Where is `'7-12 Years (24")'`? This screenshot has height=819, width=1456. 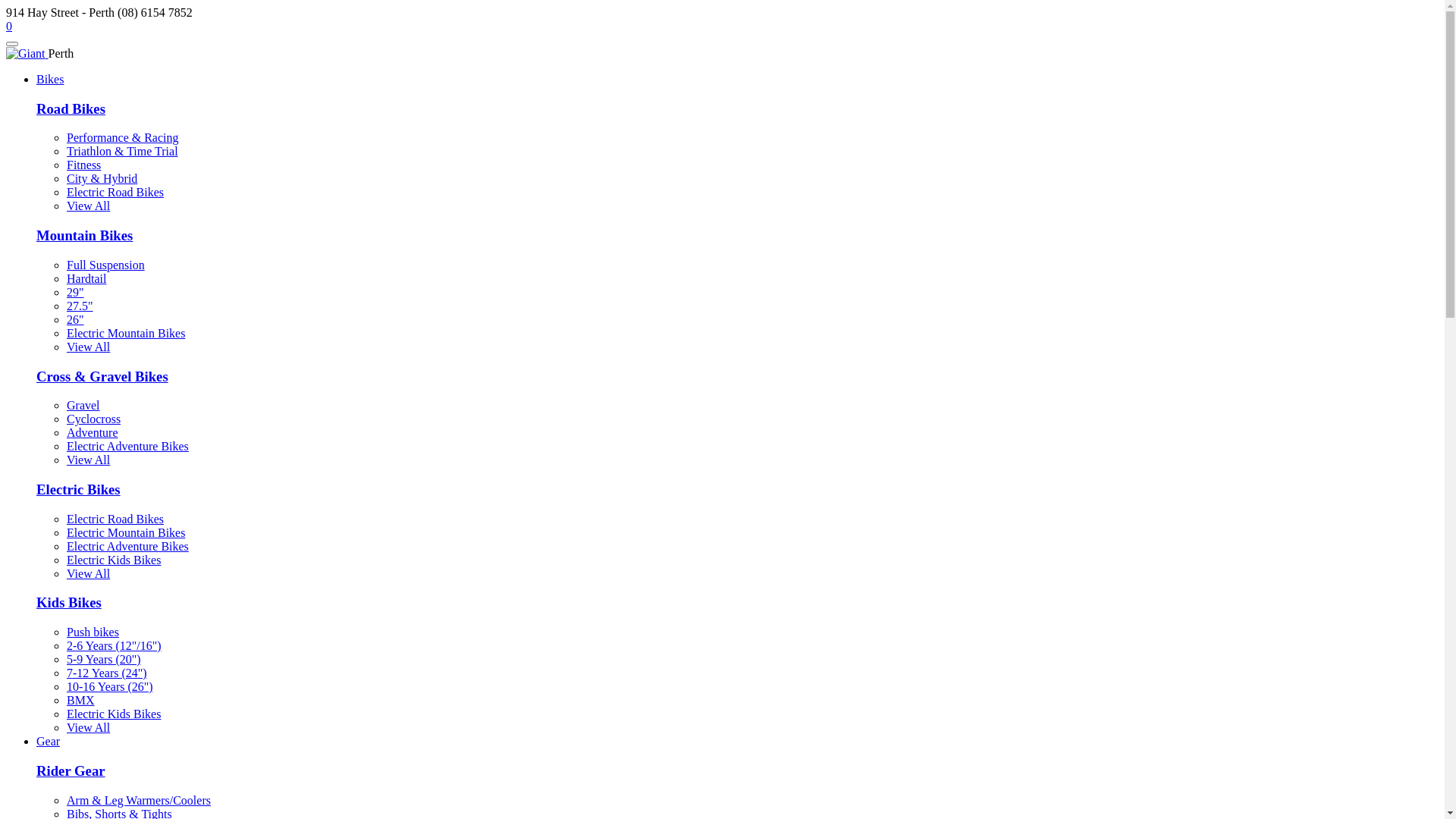
'7-12 Years (24")' is located at coordinates (105, 672).